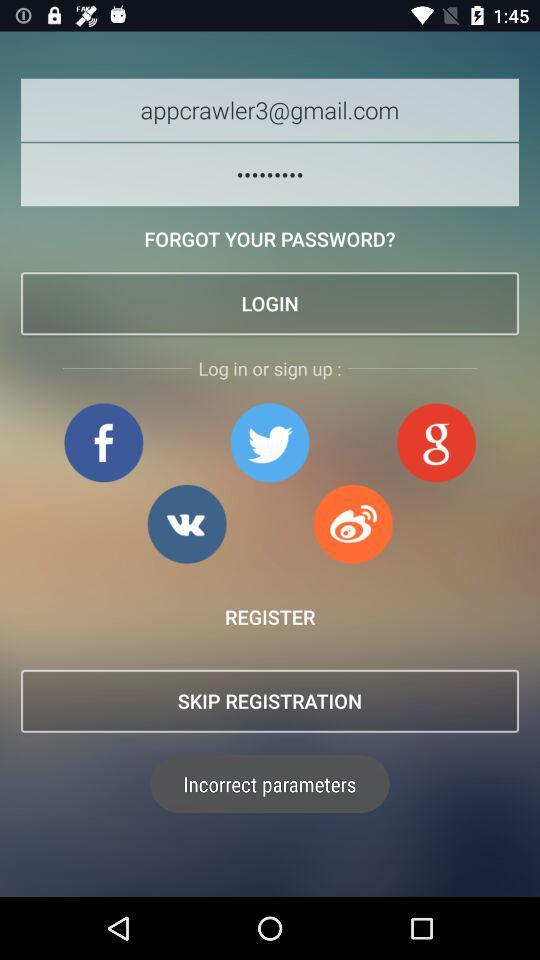 The image size is (540, 960). Describe the element at coordinates (103, 442) in the screenshot. I see `the facebook icon` at that location.